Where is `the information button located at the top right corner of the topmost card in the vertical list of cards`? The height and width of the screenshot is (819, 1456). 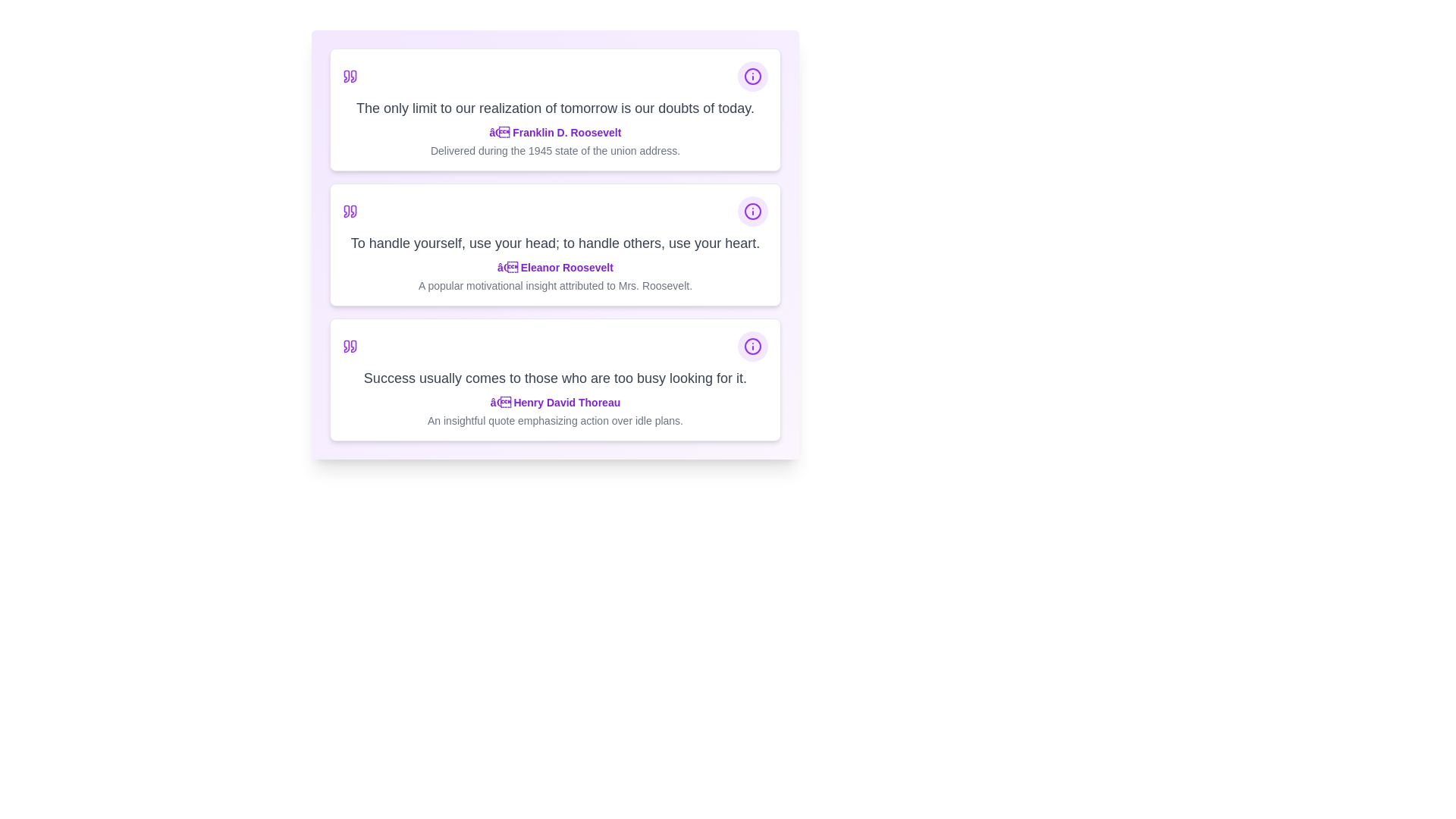
the information button located at the top right corner of the topmost card in the vertical list of cards is located at coordinates (753, 76).